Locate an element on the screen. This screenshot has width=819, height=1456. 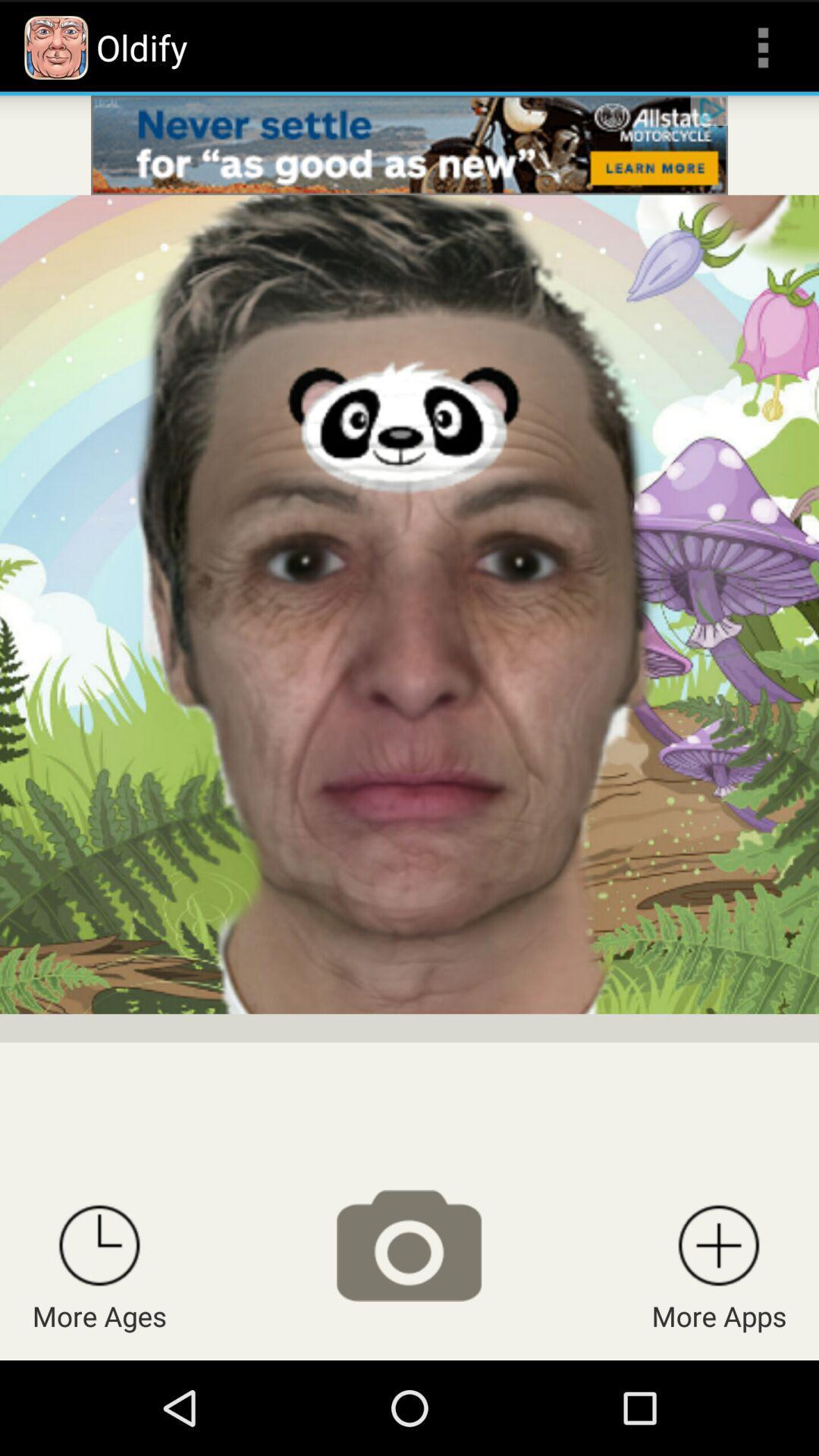
see more apps is located at coordinates (718, 1245).